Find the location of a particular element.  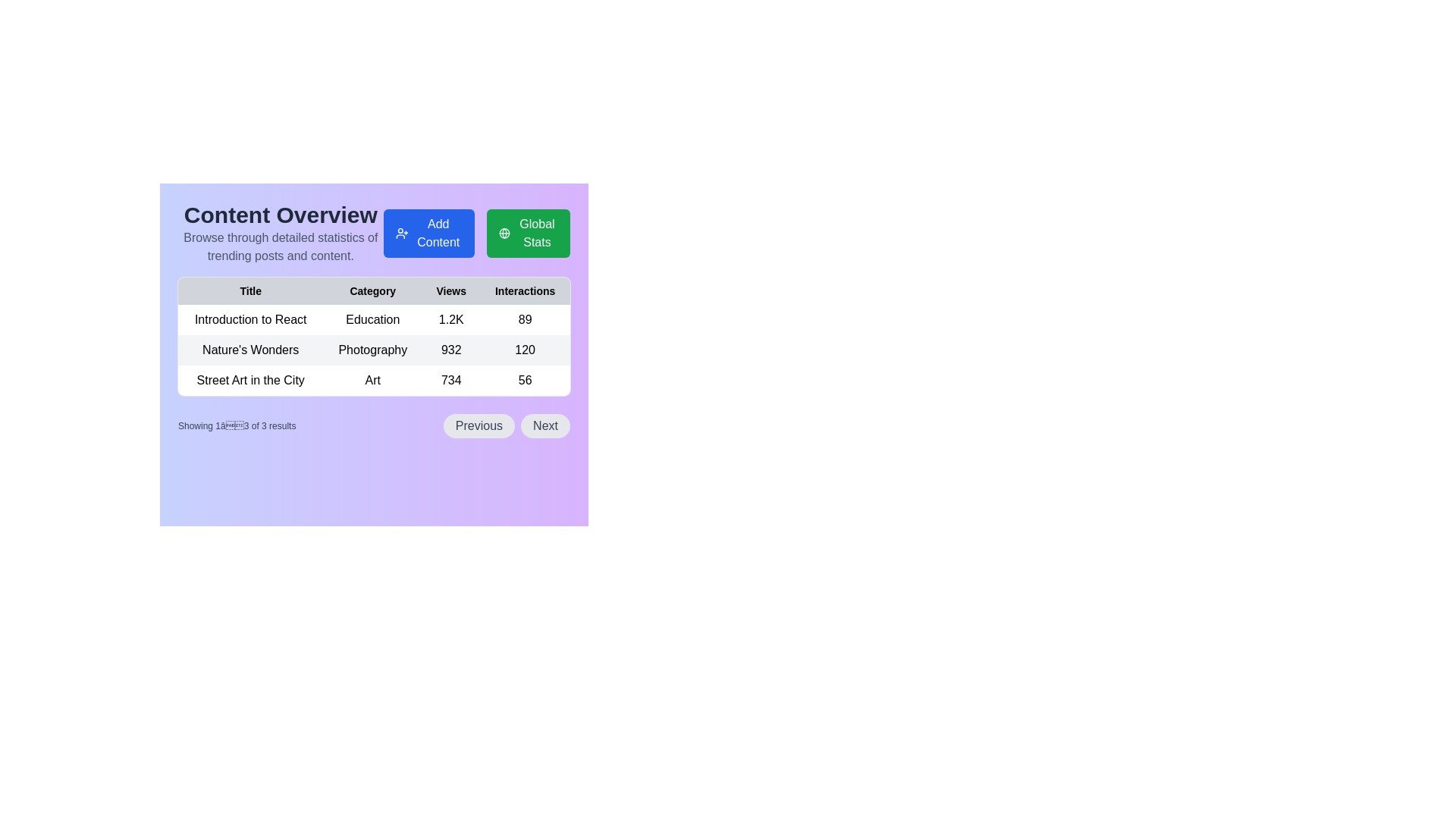

the green rectangular button labeled 'Global Stats' with a globe icon on the left is located at coordinates (528, 234).